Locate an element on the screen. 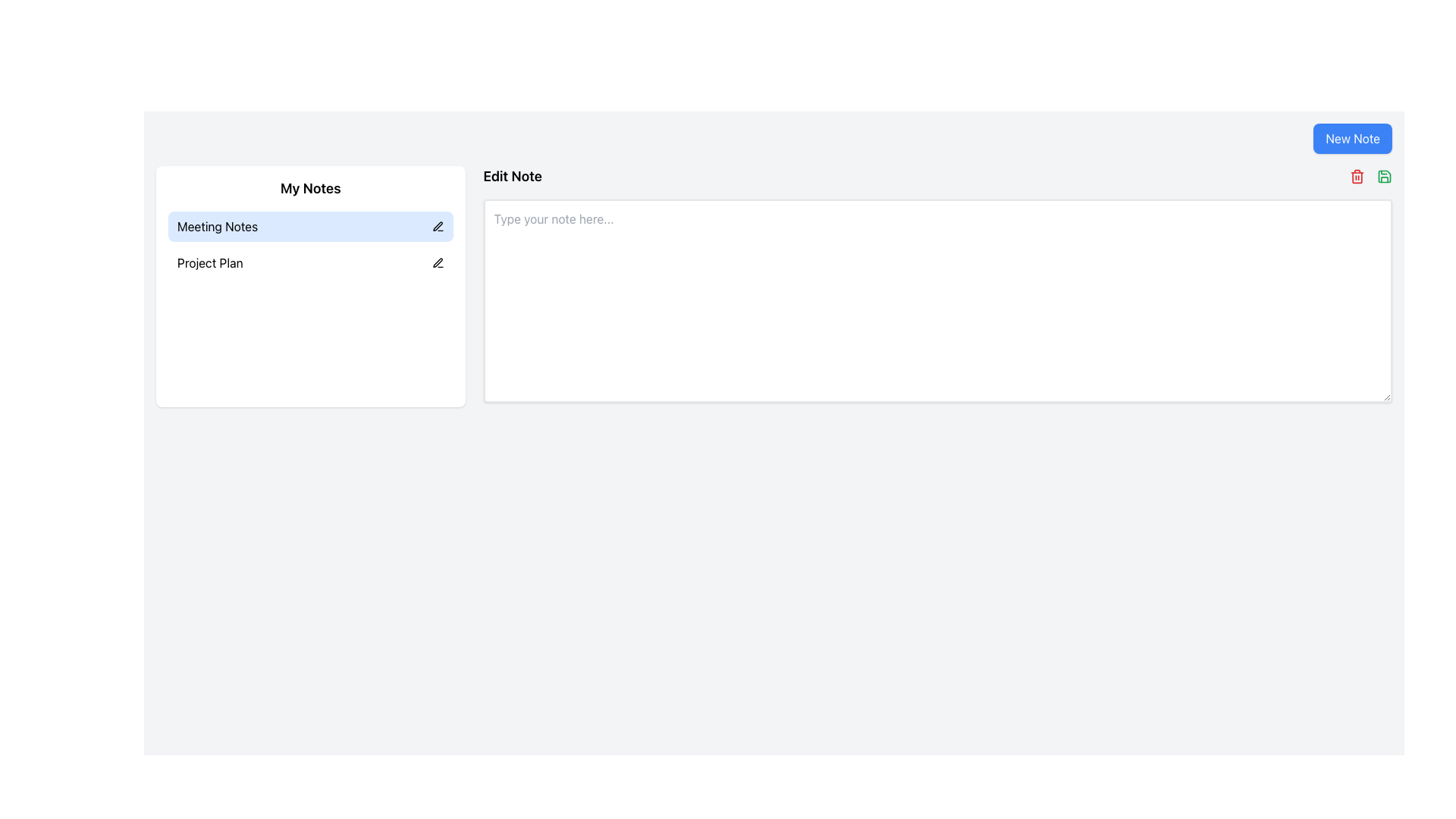 This screenshot has width=1456, height=819. the green save icon, styled as a traditional floppy disk, located in the top-right corner of the application interface is located at coordinates (1384, 175).